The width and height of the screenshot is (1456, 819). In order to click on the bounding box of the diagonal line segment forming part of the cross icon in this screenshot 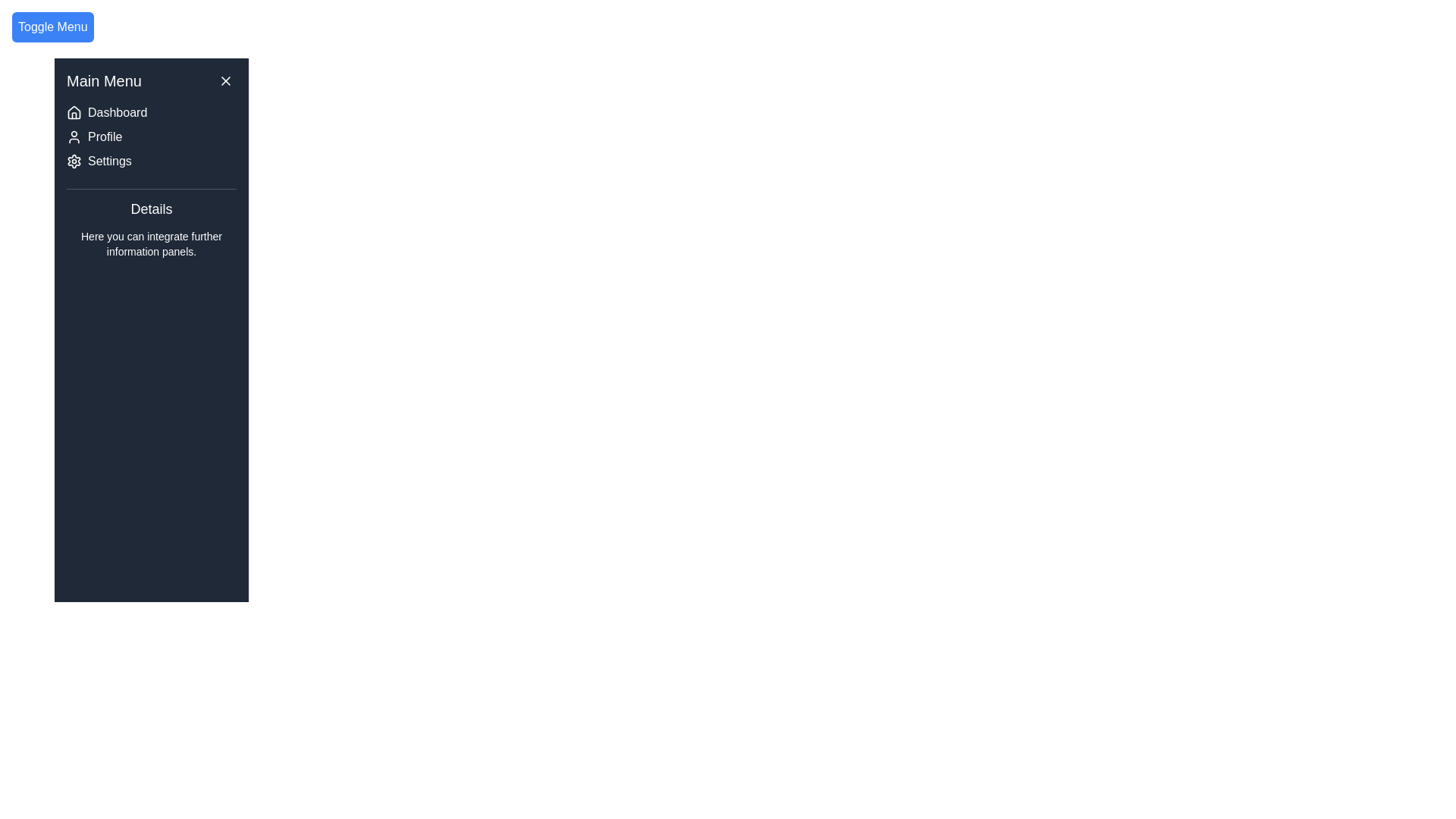, I will do `click(224, 81)`.